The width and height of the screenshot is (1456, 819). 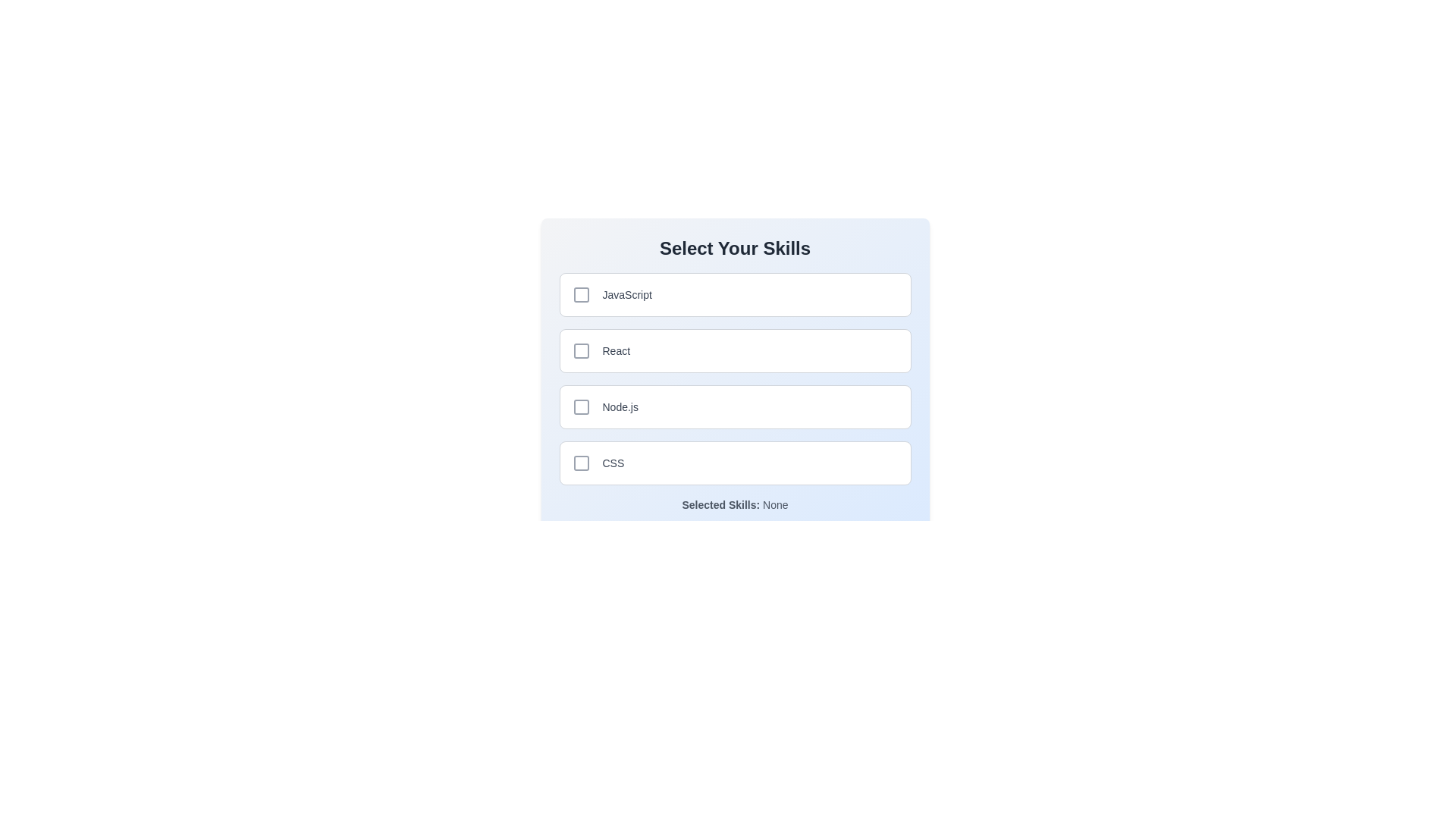 What do you see at coordinates (580, 406) in the screenshot?
I see `the inner square component of the 'Node.js' checkbox` at bounding box center [580, 406].